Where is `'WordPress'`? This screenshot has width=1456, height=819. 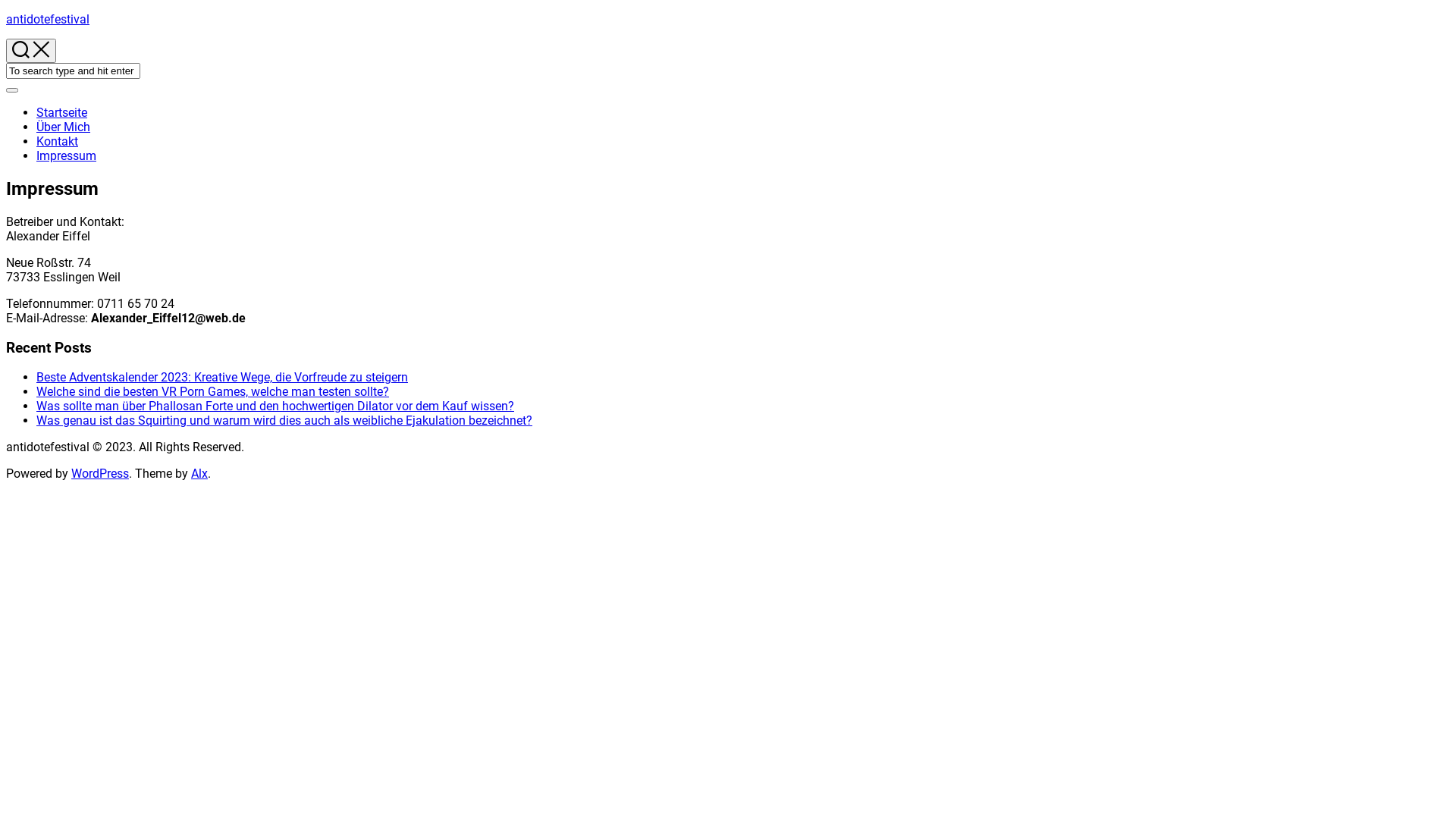
'WordPress' is located at coordinates (99, 472).